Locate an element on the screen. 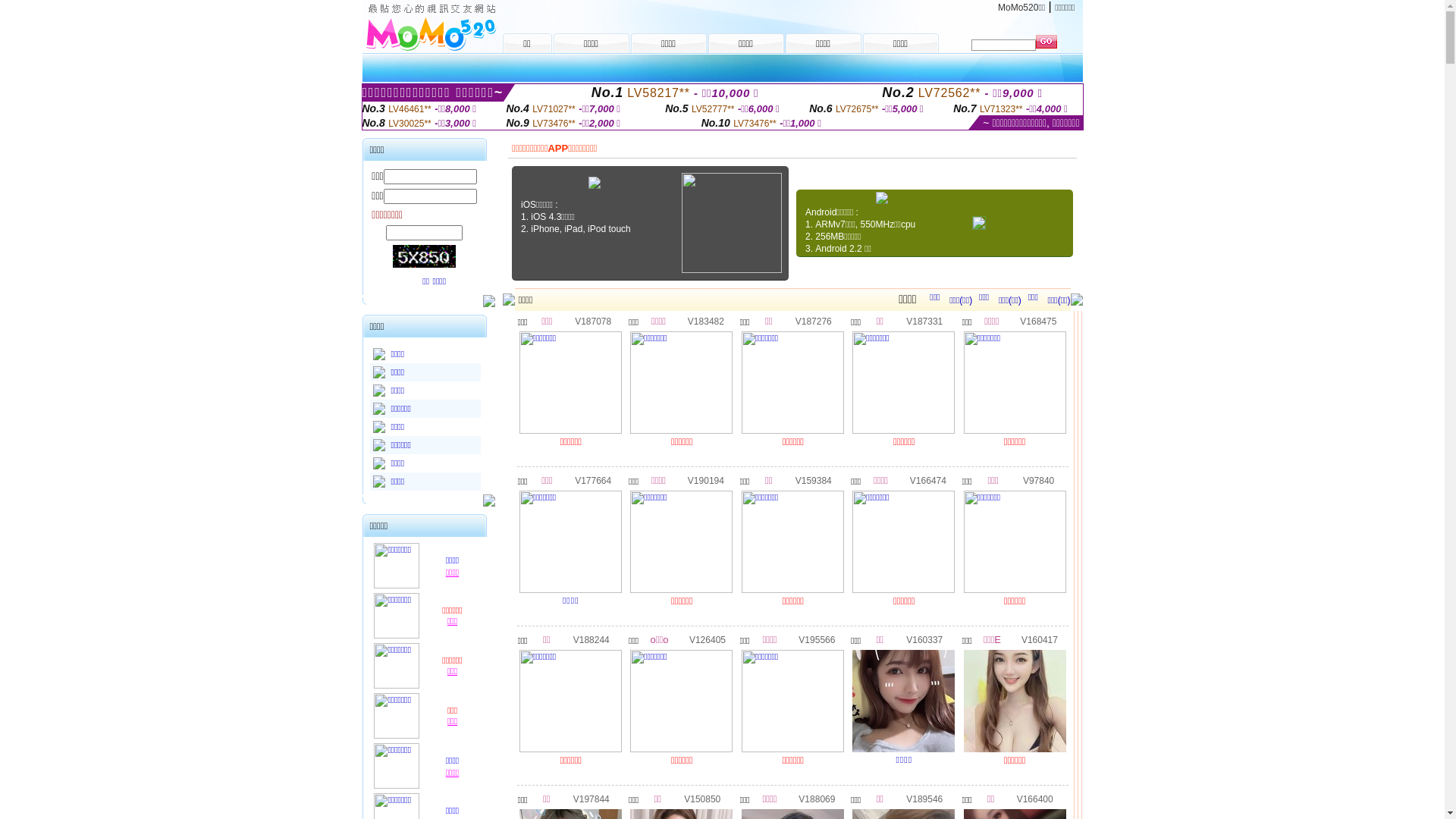 Image resolution: width=1456 pixels, height=819 pixels. 'V190194' is located at coordinates (705, 479).